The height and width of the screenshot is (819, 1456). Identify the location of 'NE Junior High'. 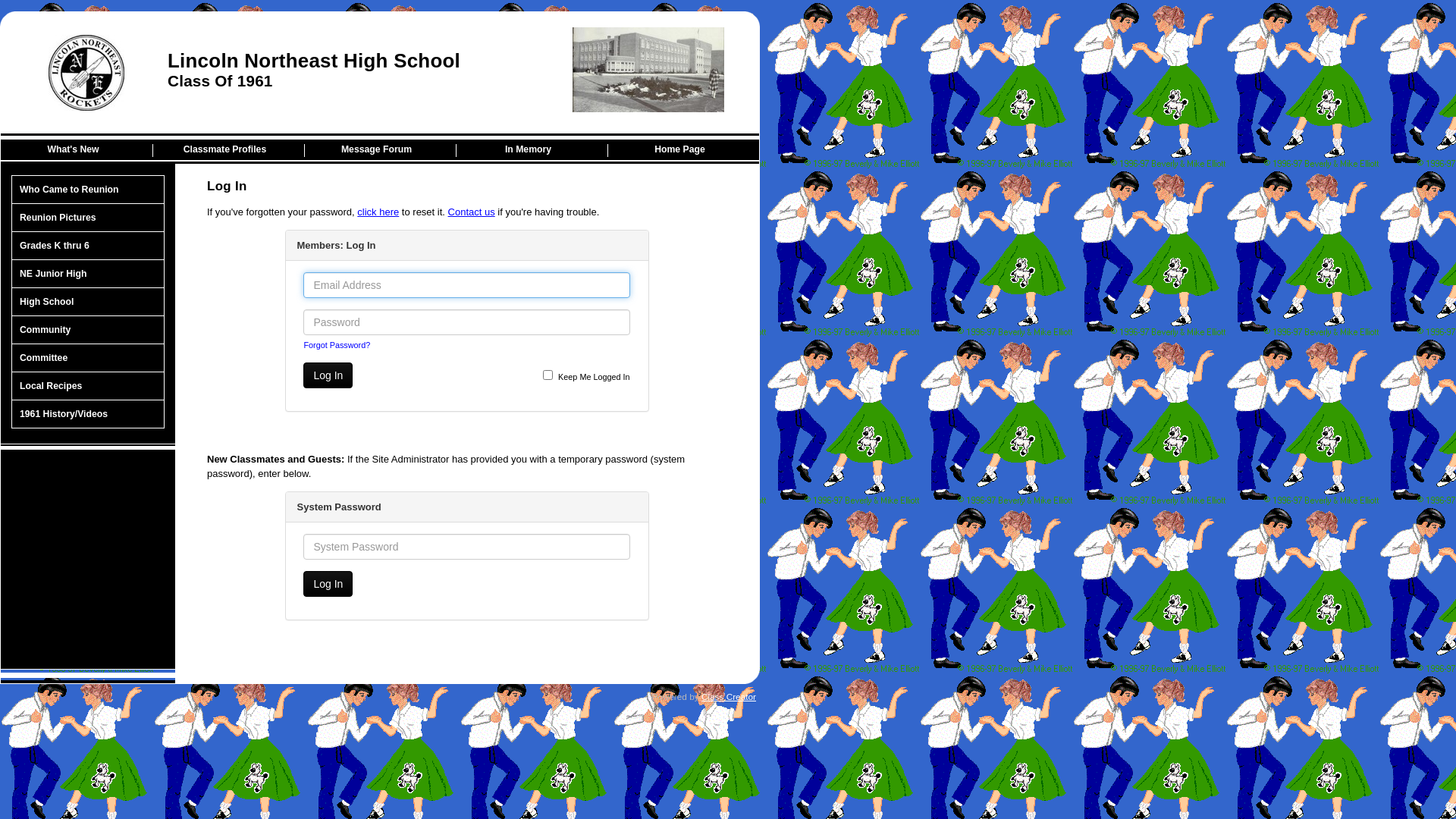
(86, 274).